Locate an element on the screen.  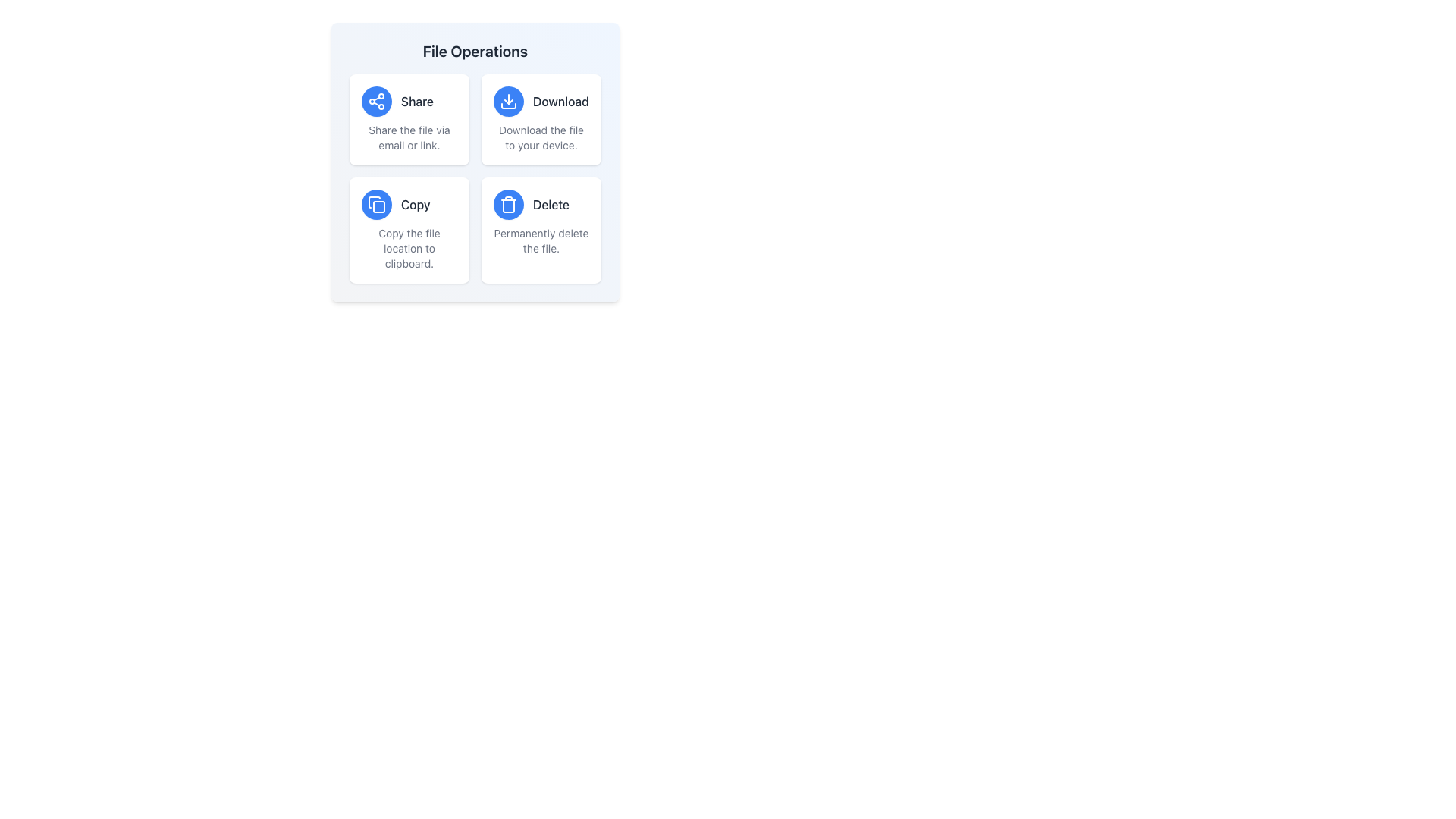
the text label providing additional information related to the 'Copy' function, located beneath the 'Copy' label and icon is located at coordinates (409, 247).